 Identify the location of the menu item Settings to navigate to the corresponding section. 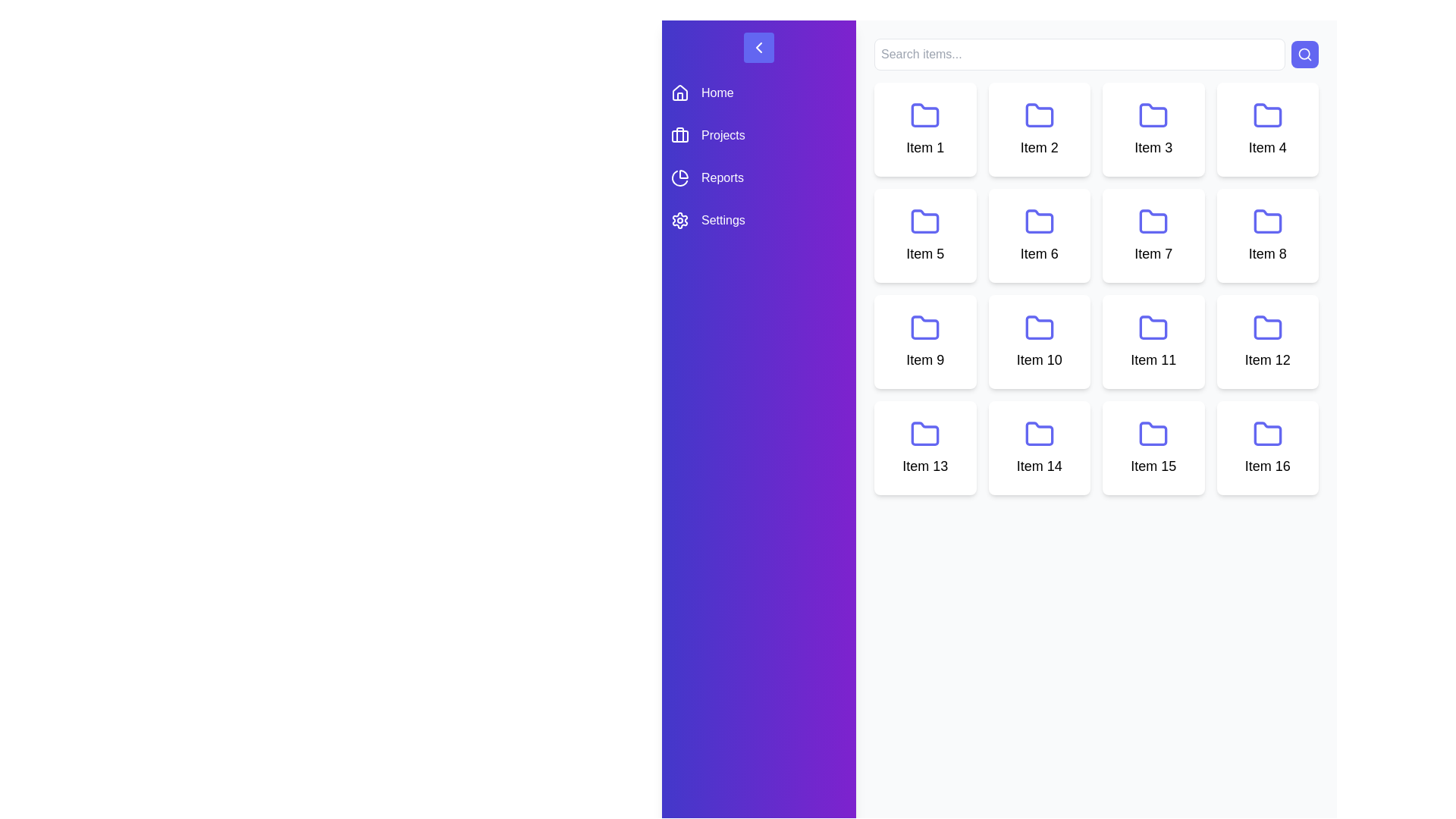
(759, 220).